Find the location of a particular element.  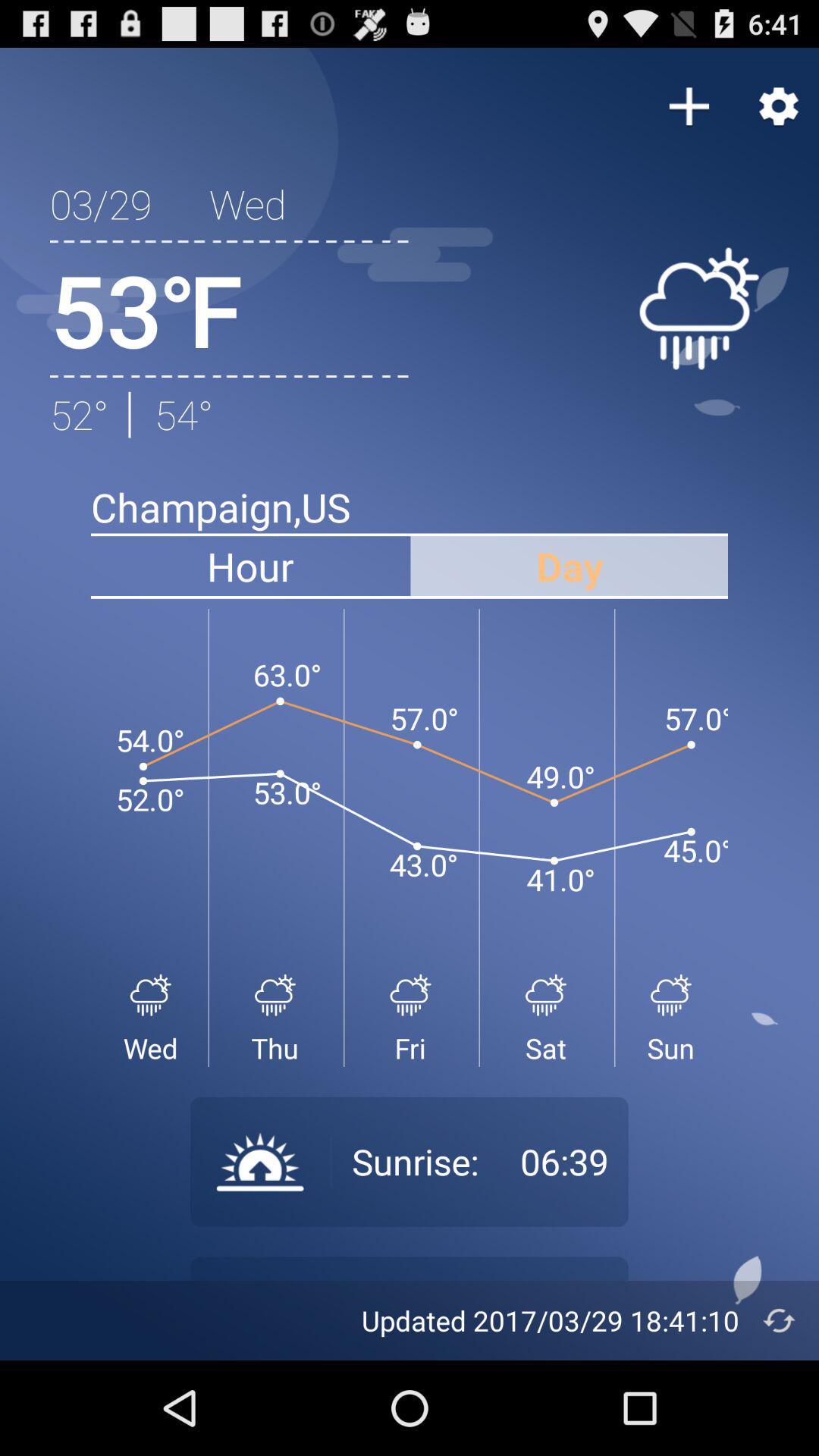

the refresh icon is located at coordinates (779, 1412).